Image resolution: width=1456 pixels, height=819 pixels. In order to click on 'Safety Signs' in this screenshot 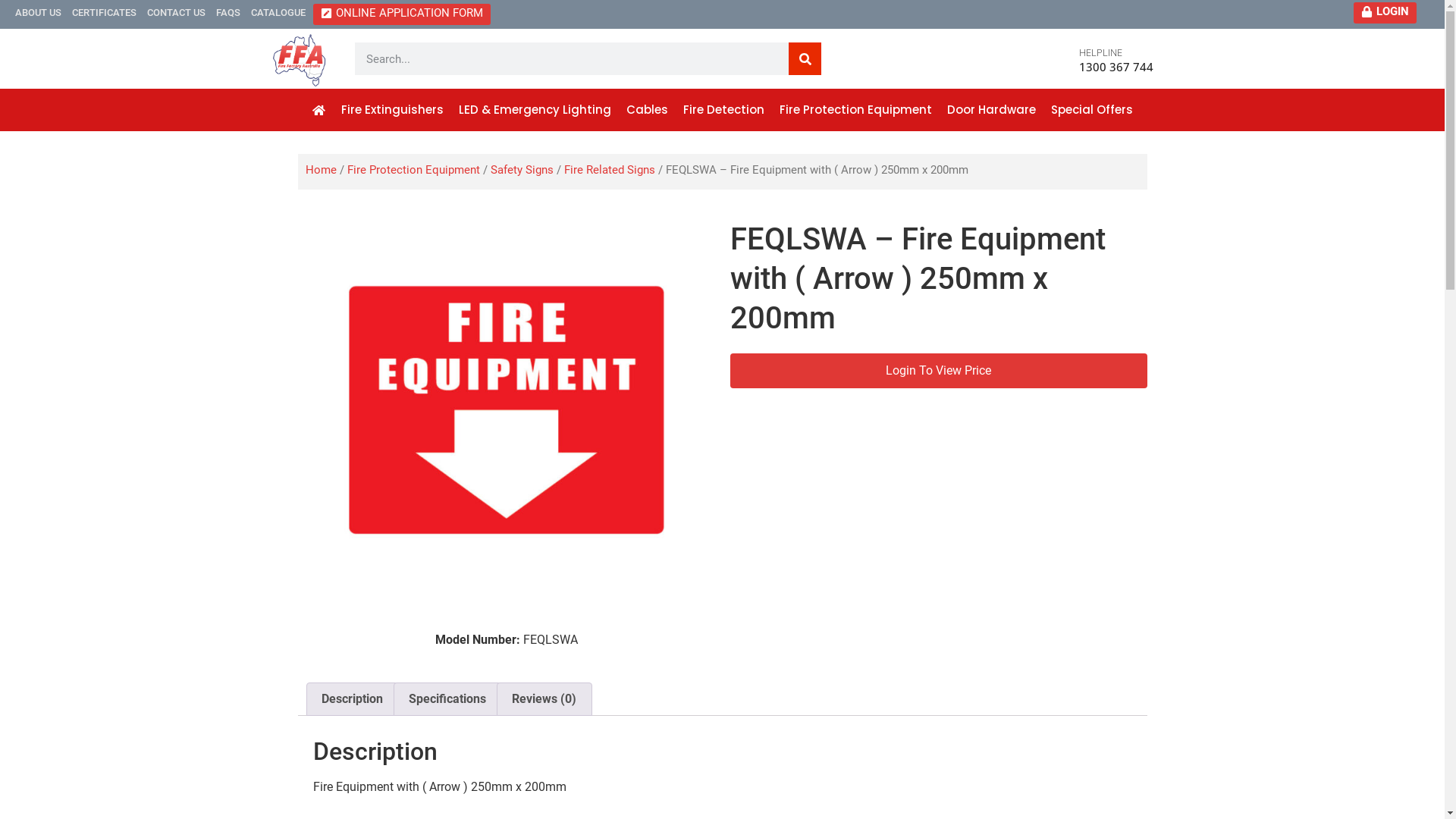, I will do `click(521, 169)`.